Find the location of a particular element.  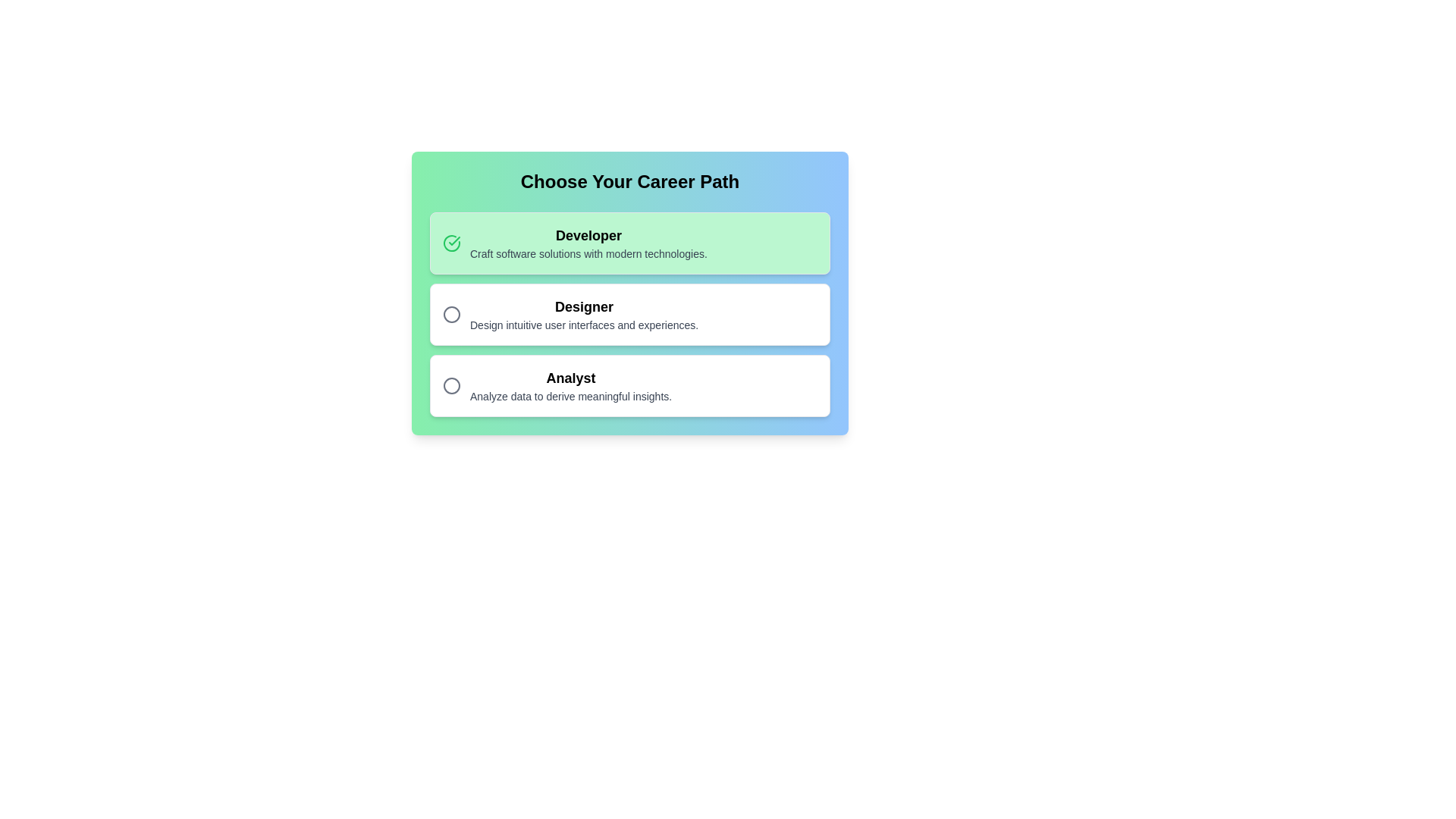

the circular icon within the 'Analyst' option item, which is located at the bottom of a vertically arranged group of similar items is located at coordinates (629, 385).